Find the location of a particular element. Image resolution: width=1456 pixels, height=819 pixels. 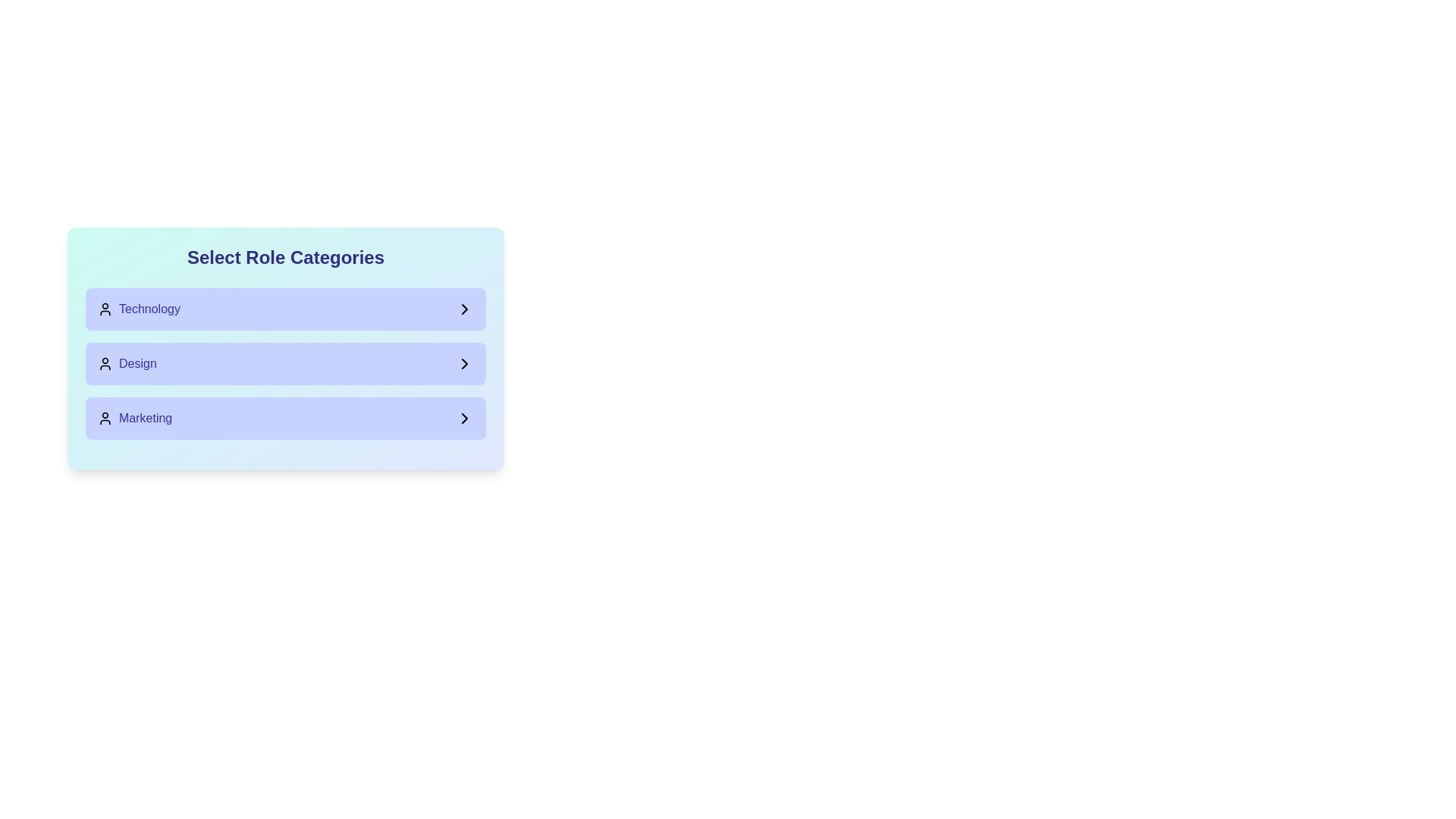

the SVG Icon representing a user or profile within the 'Design' category, which is located to the left of the 'Design' label text is located at coordinates (105, 363).